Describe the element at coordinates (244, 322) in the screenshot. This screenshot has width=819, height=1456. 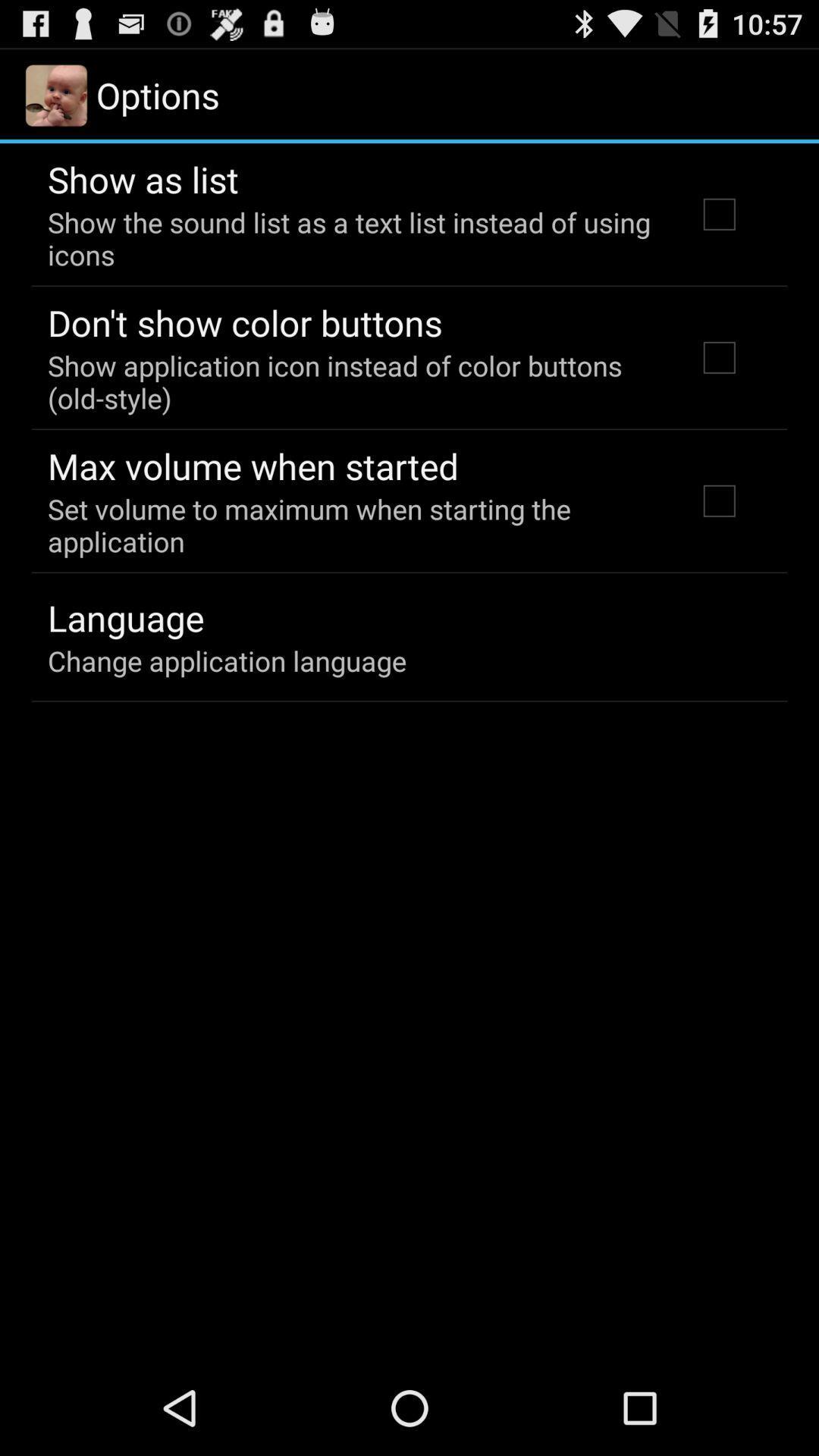
I see `item above the show application icon item` at that location.